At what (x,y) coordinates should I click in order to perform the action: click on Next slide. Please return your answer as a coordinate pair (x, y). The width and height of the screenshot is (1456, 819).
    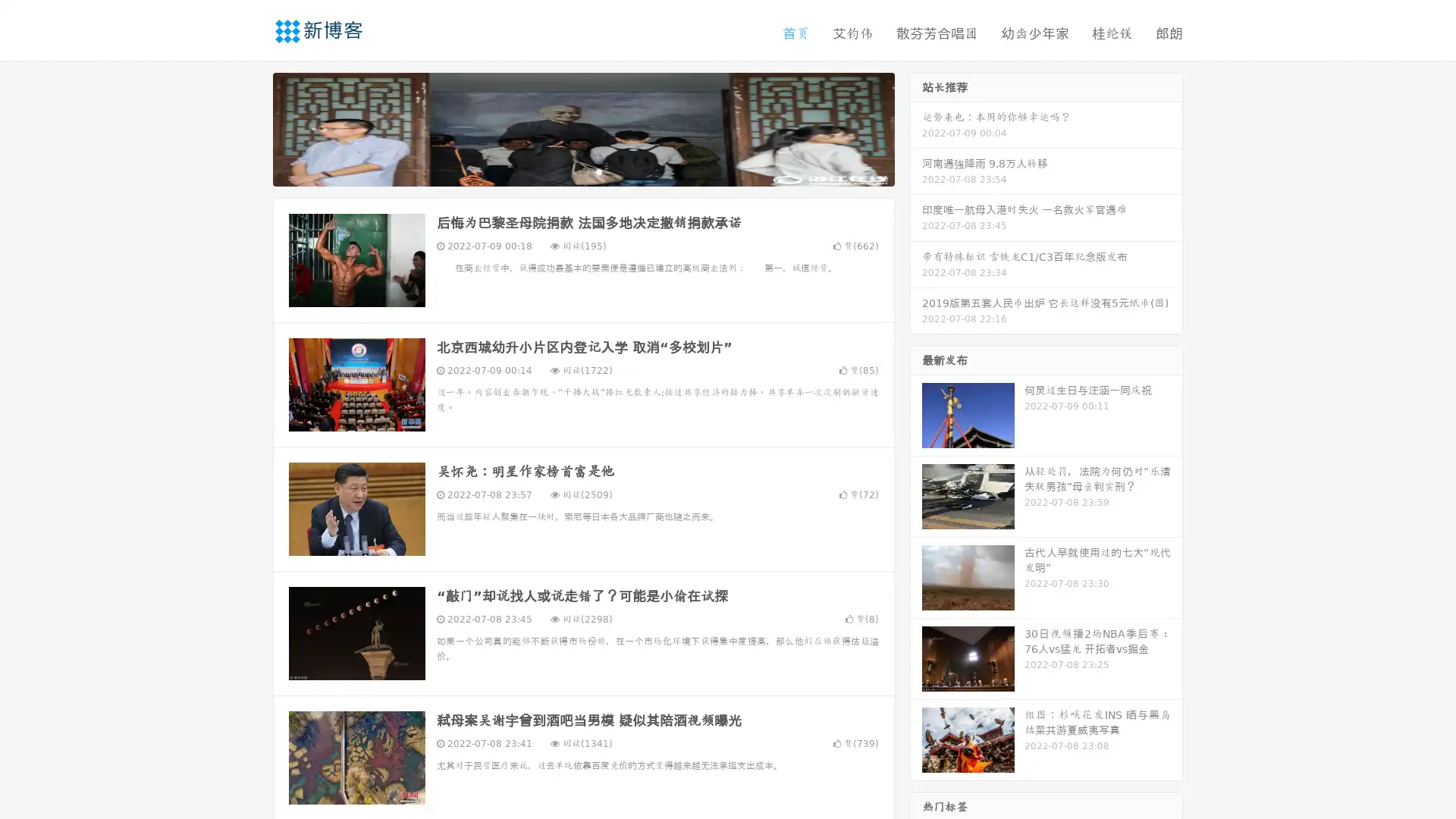
    Looking at the image, I should click on (916, 127).